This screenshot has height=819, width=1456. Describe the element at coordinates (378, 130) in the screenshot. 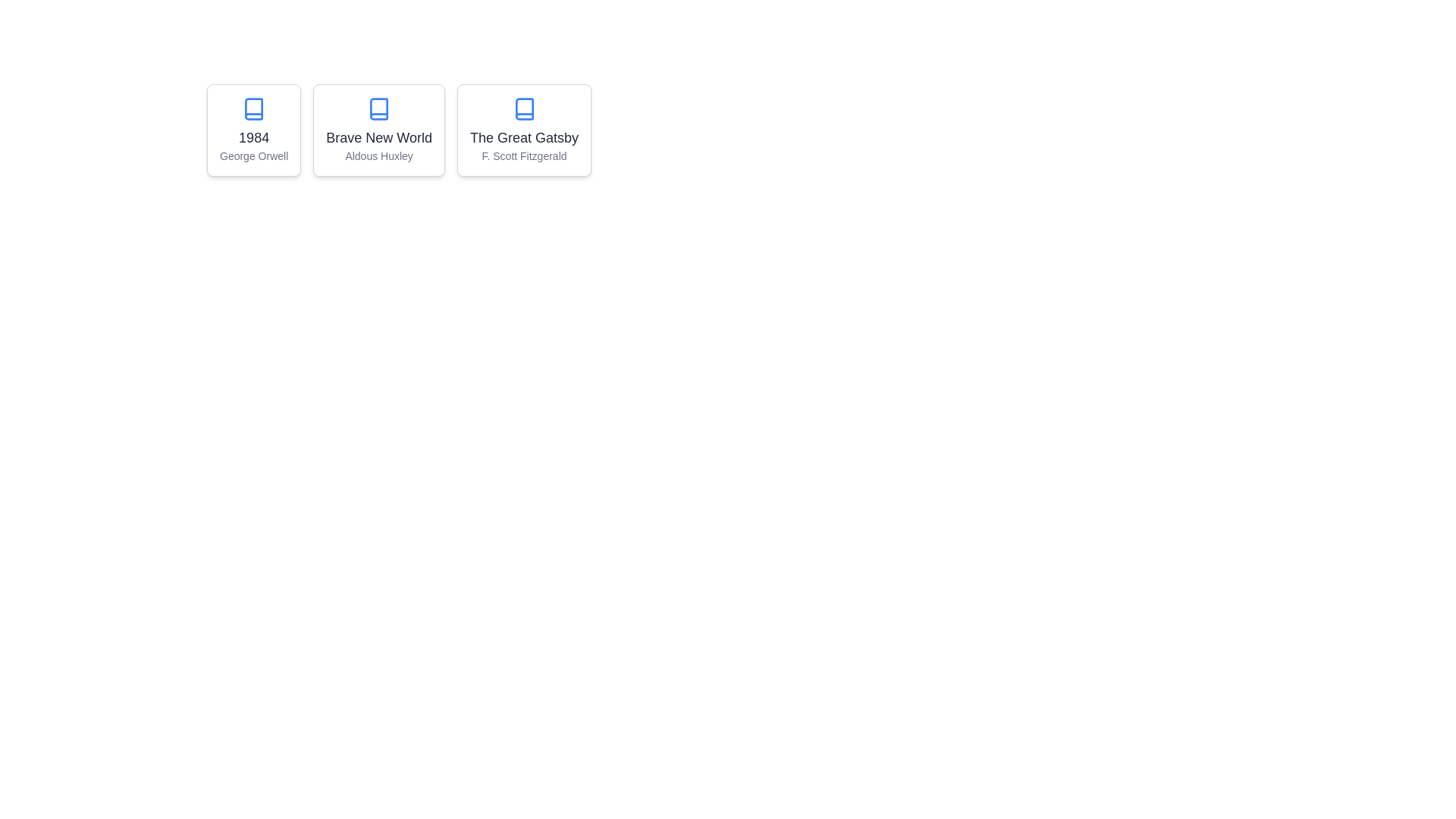

I see `the informational card representing the book 'Brave New World' authored by Aldous Huxley, which is the second card in a horizontal arrangement of three cards` at that location.